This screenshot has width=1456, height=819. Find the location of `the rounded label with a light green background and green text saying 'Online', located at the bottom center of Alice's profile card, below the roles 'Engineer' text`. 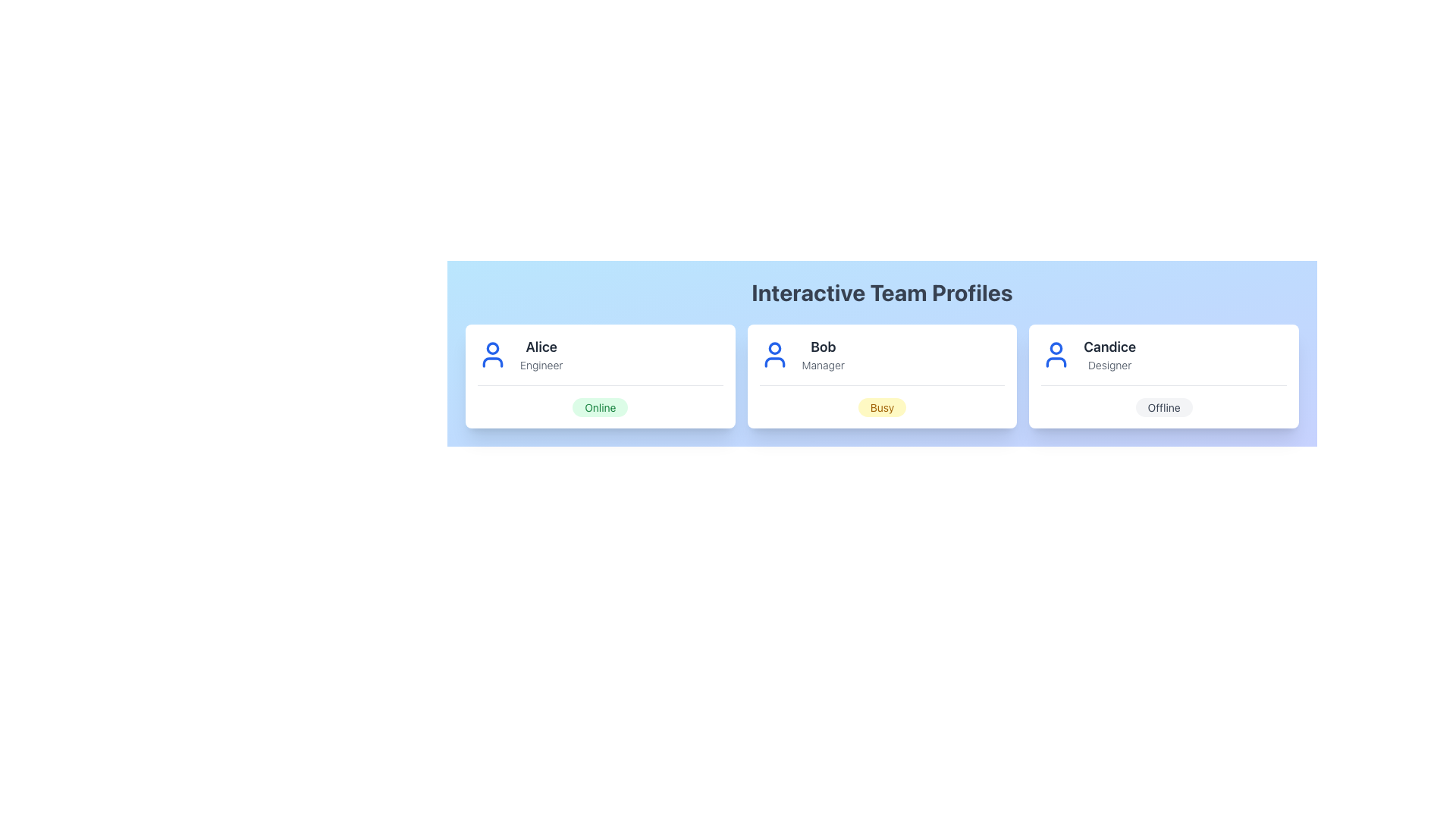

the rounded label with a light green background and green text saying 'Online', located at the bottom center of Alice's profile card, below the roles 'Engineer' text is located at coordinates (599, 400).